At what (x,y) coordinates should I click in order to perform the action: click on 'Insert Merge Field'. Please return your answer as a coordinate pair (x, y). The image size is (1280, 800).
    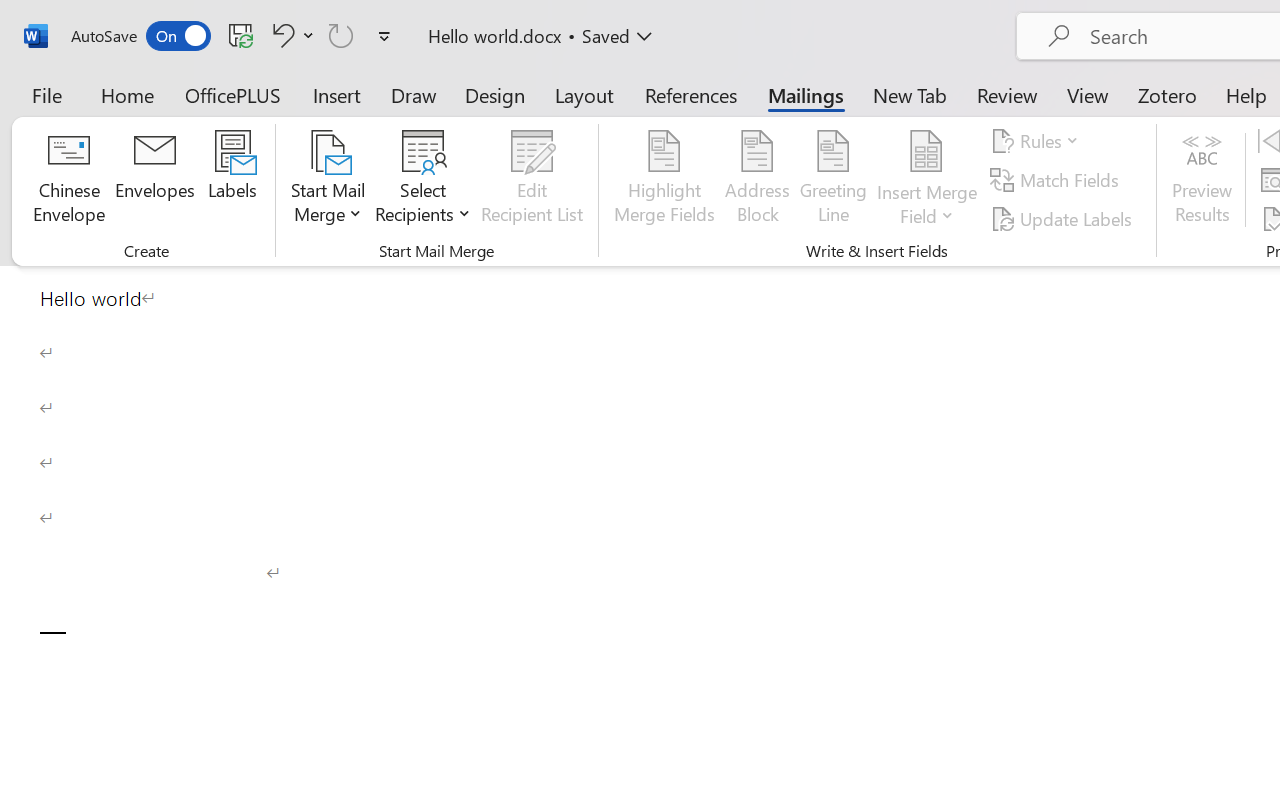
    Looking at the image, I should click on (926, 179).